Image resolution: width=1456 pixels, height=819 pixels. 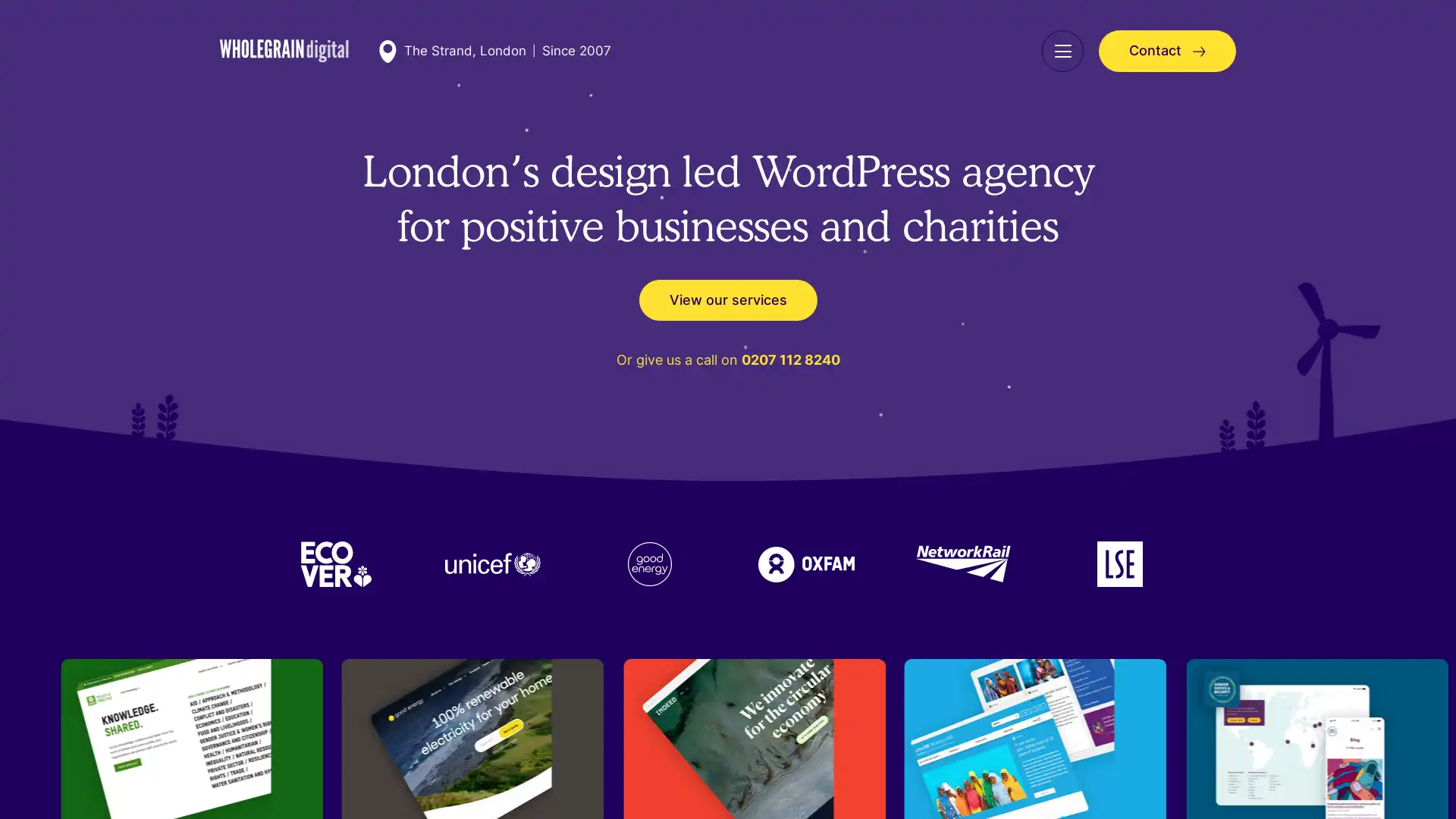 What do you see at coordinates (1062, 50) in the screenshot?
I see `Open menu` at bounding box center [1062, 50].